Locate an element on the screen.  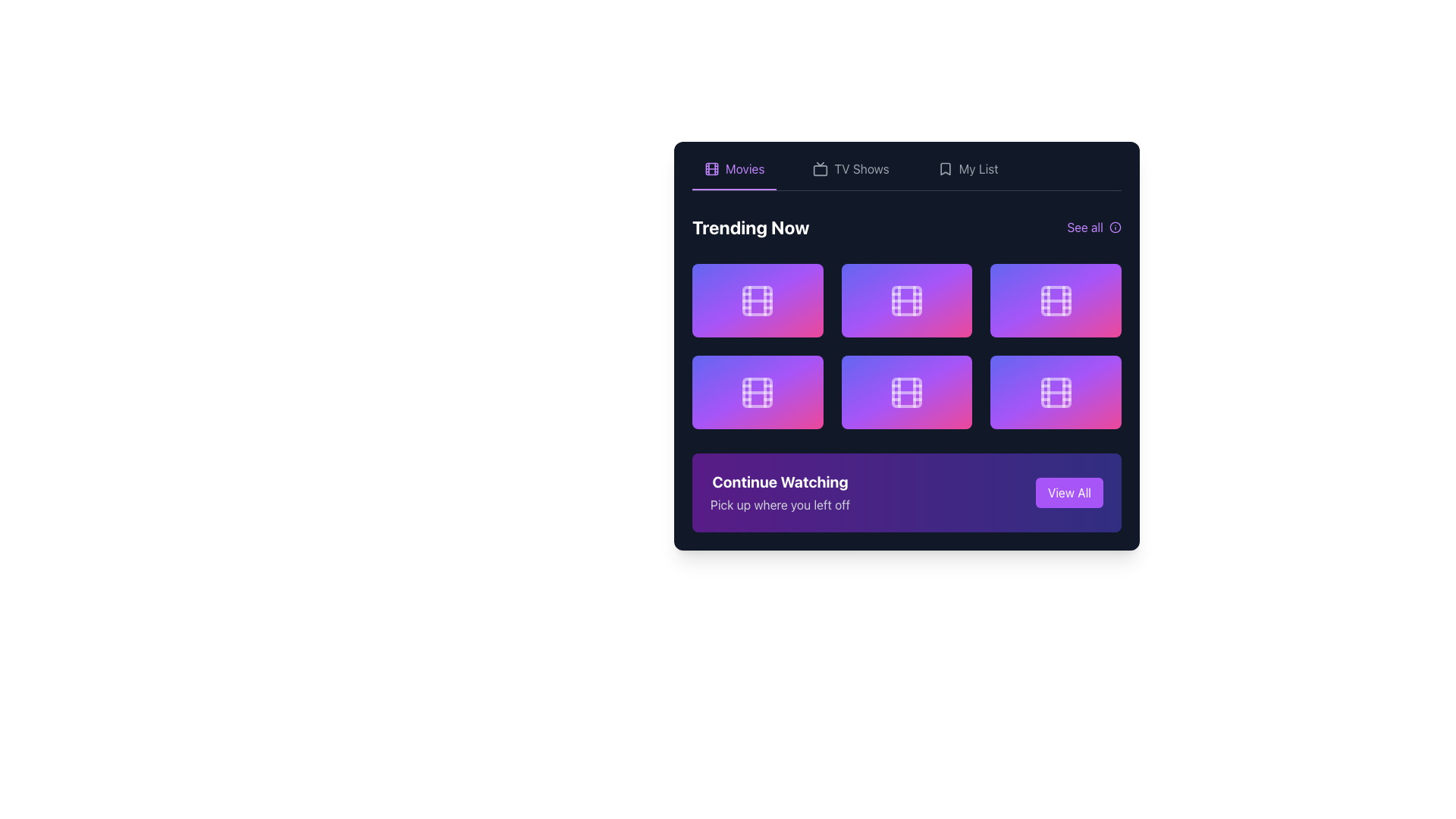
the vibrant gradient UI card component with a film reel icon in the 'Trending Now' section is located at coordinates (906, 391).